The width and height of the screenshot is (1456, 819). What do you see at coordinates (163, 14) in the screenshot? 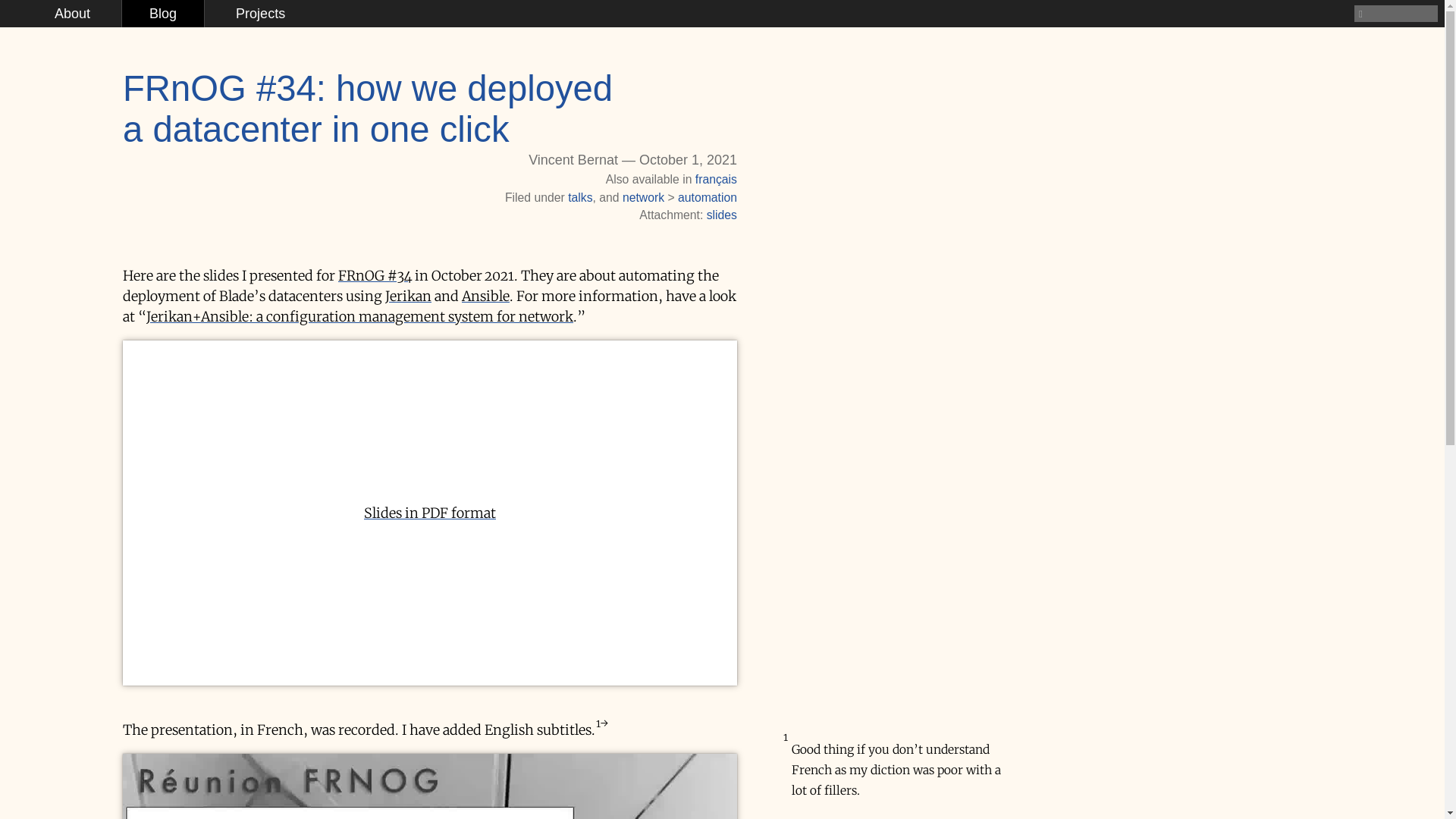
I see `'Blog'` at bounding box center [163, 14].